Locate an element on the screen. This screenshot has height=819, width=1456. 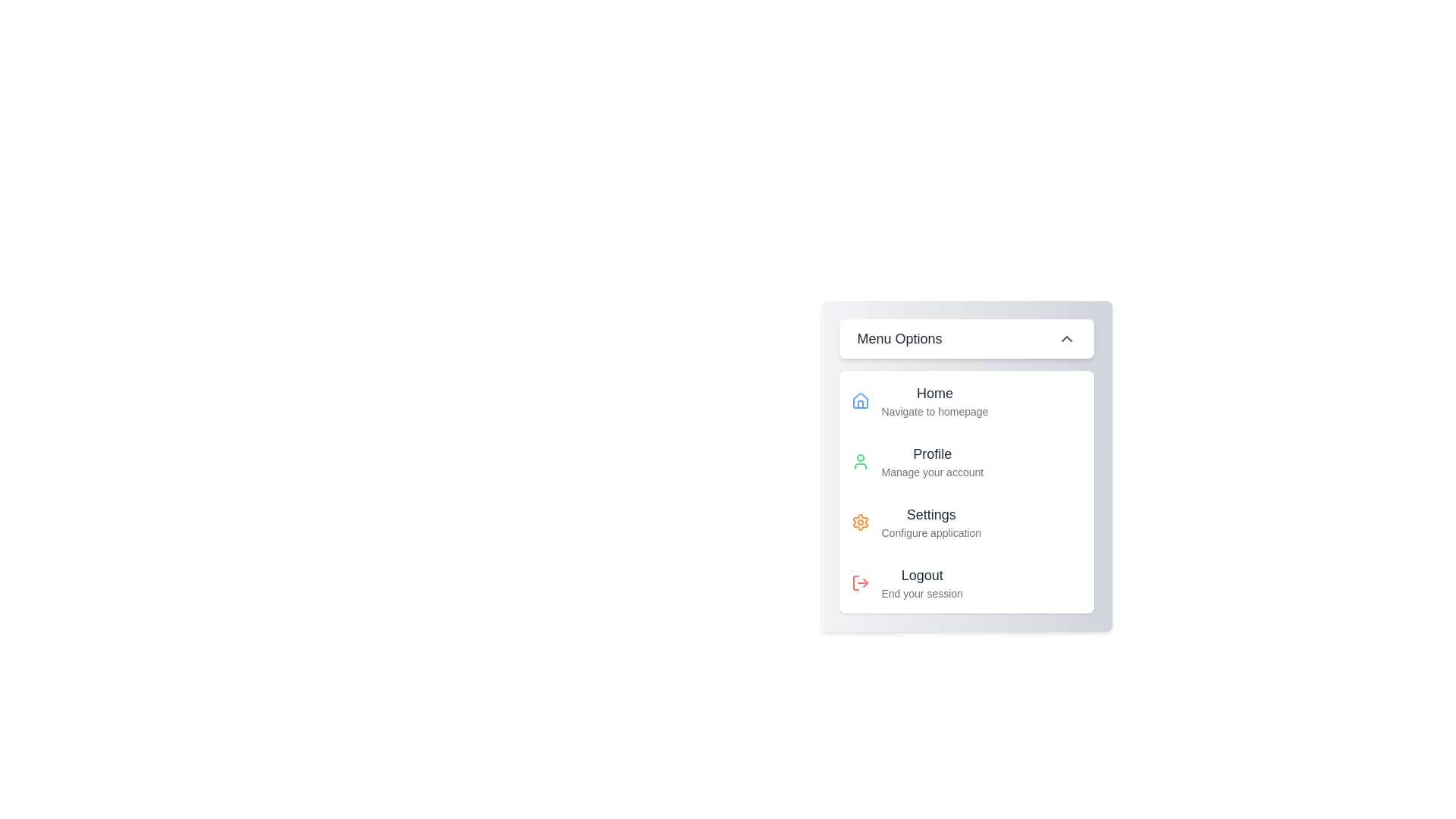
the triangular arrow shape element of the 'Logout' menu icon within the SVG graphic is located at coordinates (865, 582).